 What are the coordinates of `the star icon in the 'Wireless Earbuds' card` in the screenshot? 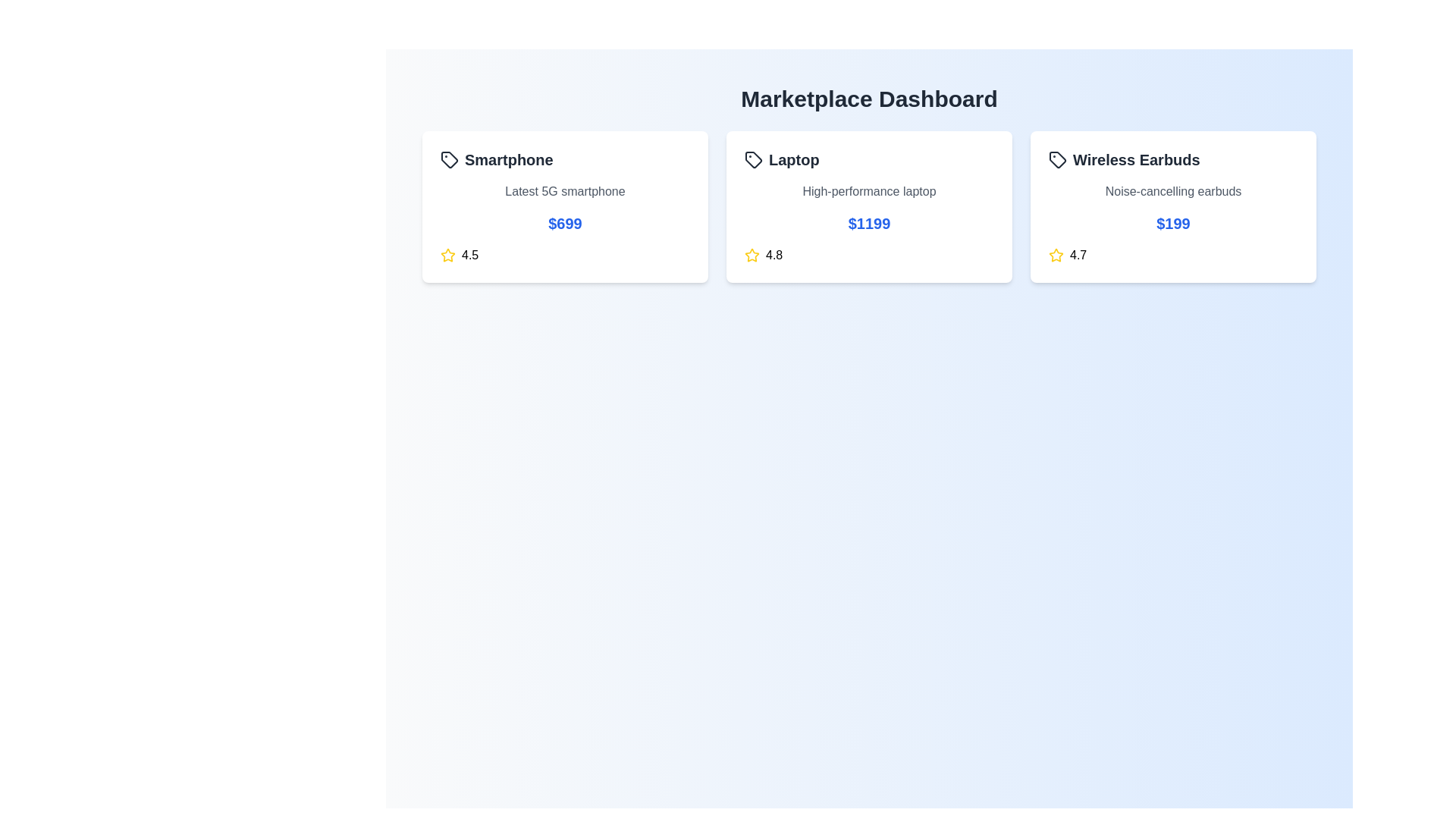 It's located at (1055, 254).